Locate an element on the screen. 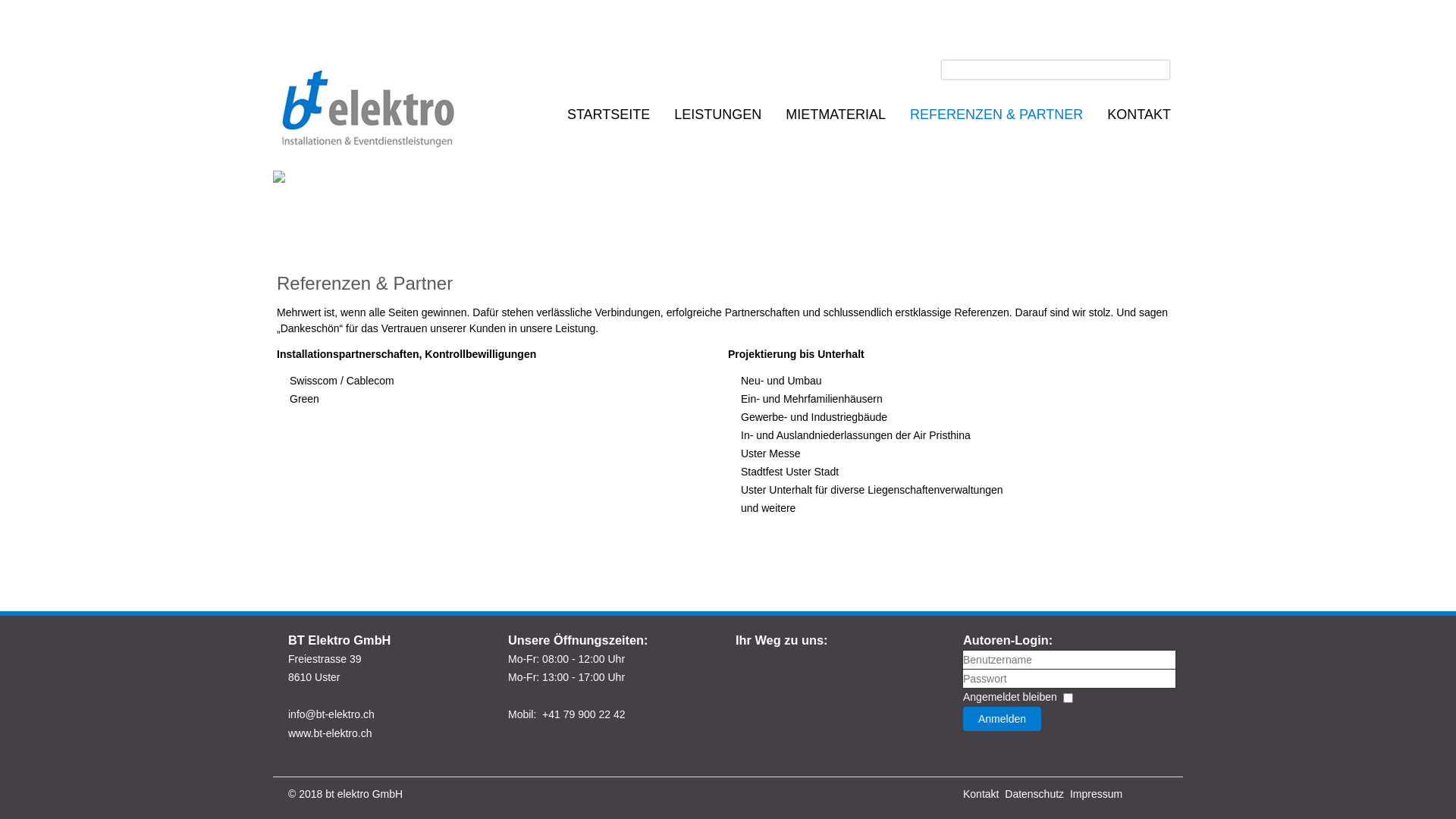  'MIETMATERIAL' is located at coordinates (835, 113).